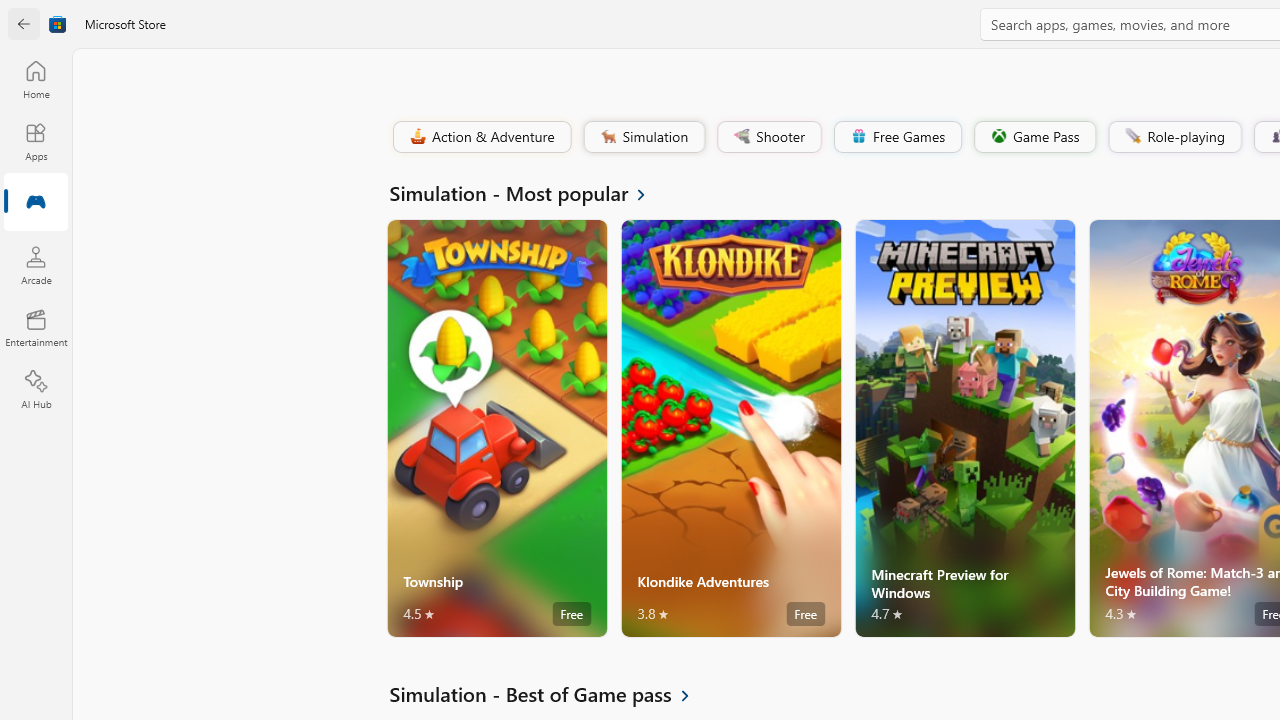 The width and height of the screenshot is (1280, 720). What do you see at coordinates (1175, 135) in the screenshot?
I see `'Role-playing'` at bounding box center [1175, 135].